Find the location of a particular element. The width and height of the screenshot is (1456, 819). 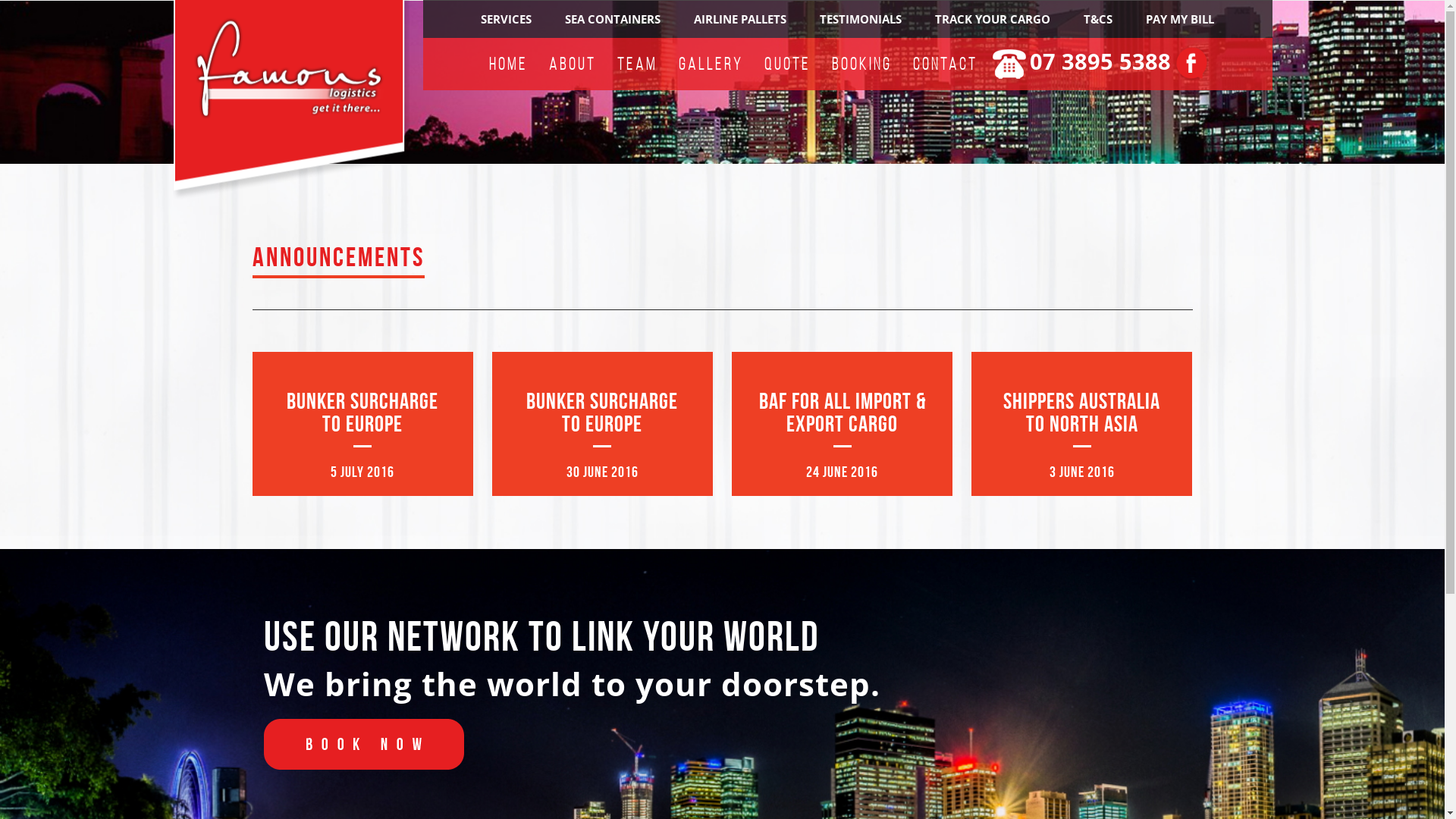

'24 JUNE 2016' is located at coordinates (841, 468).